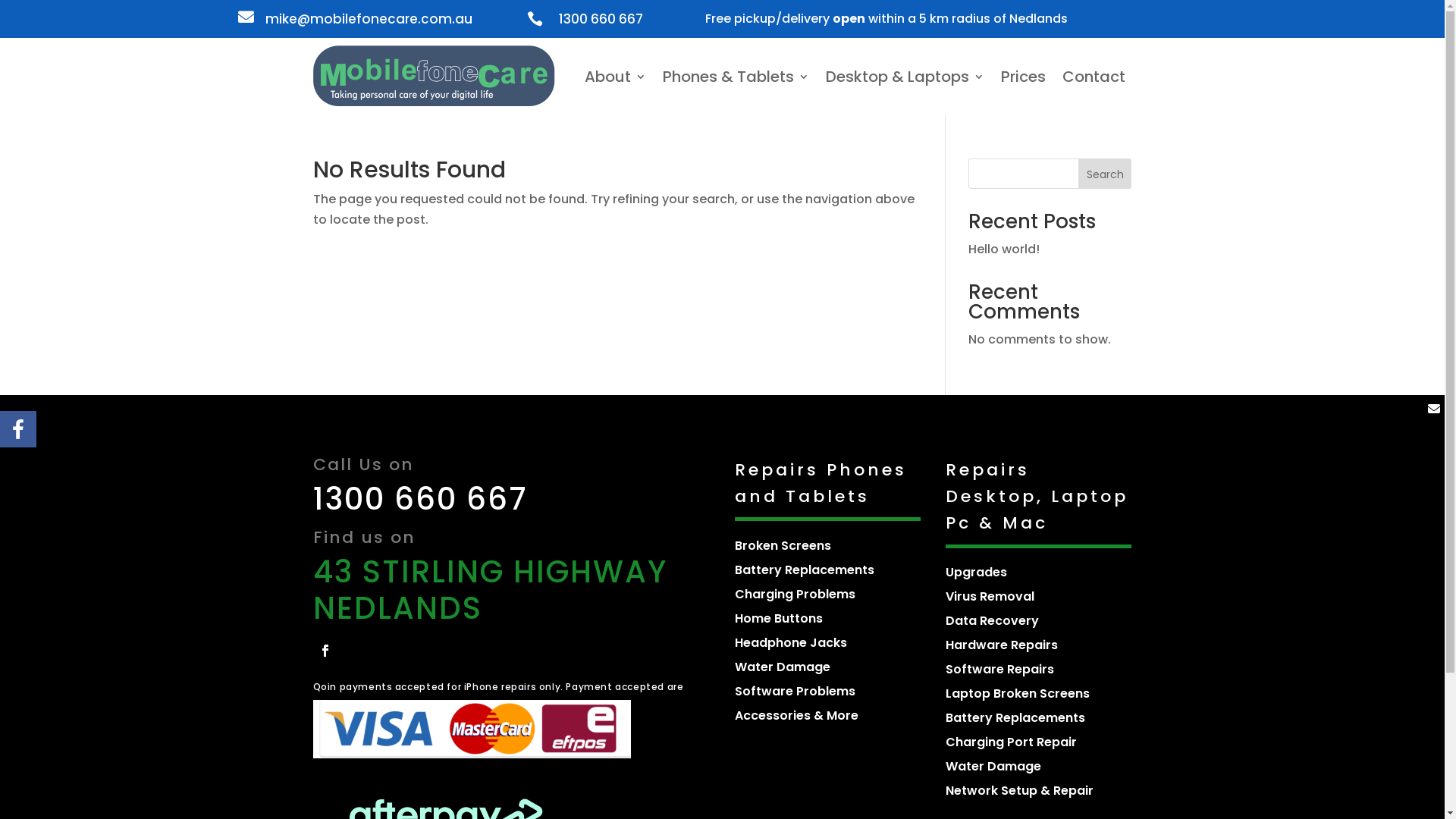 This screenshot has height=819, width=1456. I want to click on 'About', so click(614, 76).